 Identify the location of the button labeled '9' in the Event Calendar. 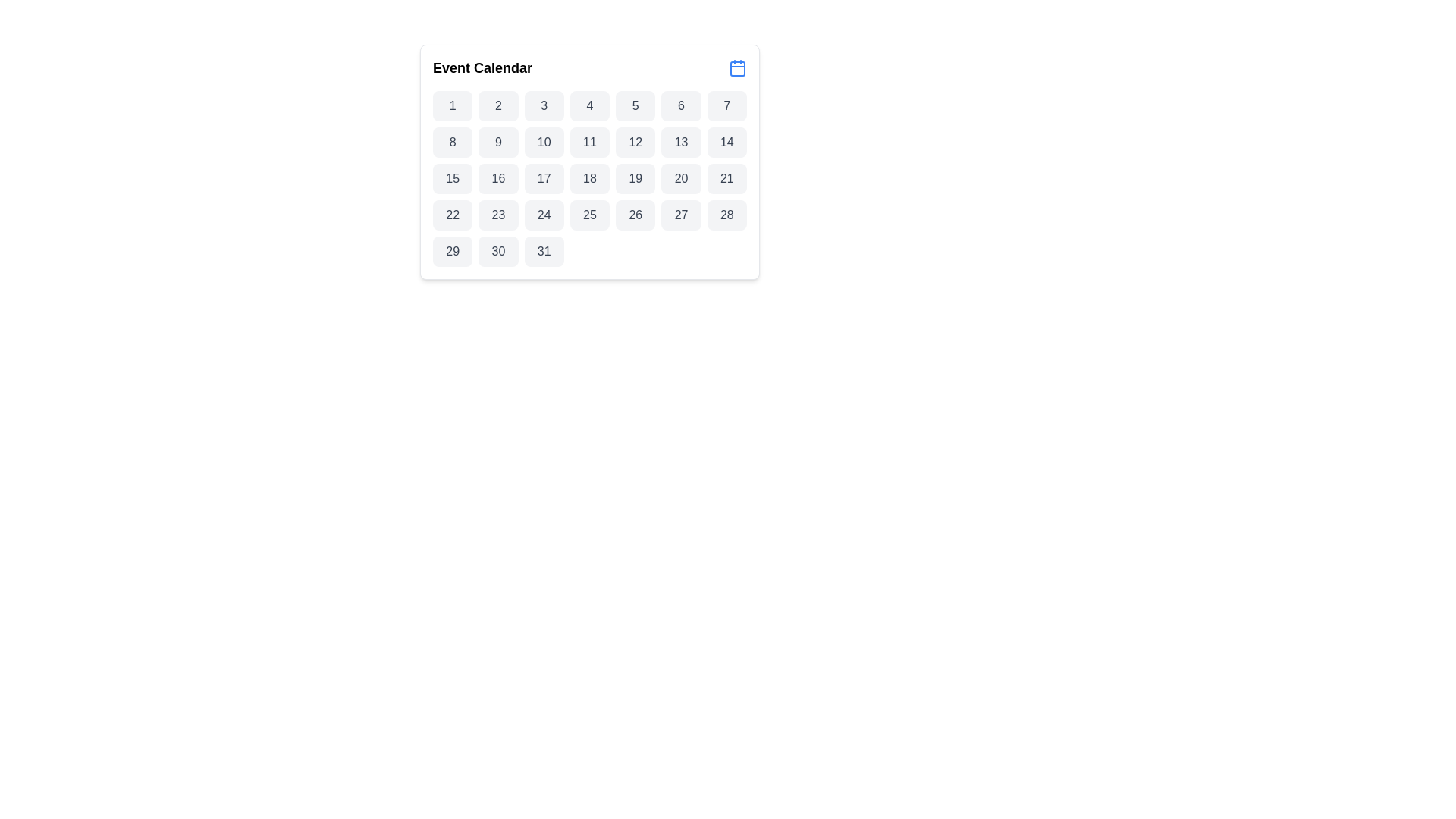
(498, 143).